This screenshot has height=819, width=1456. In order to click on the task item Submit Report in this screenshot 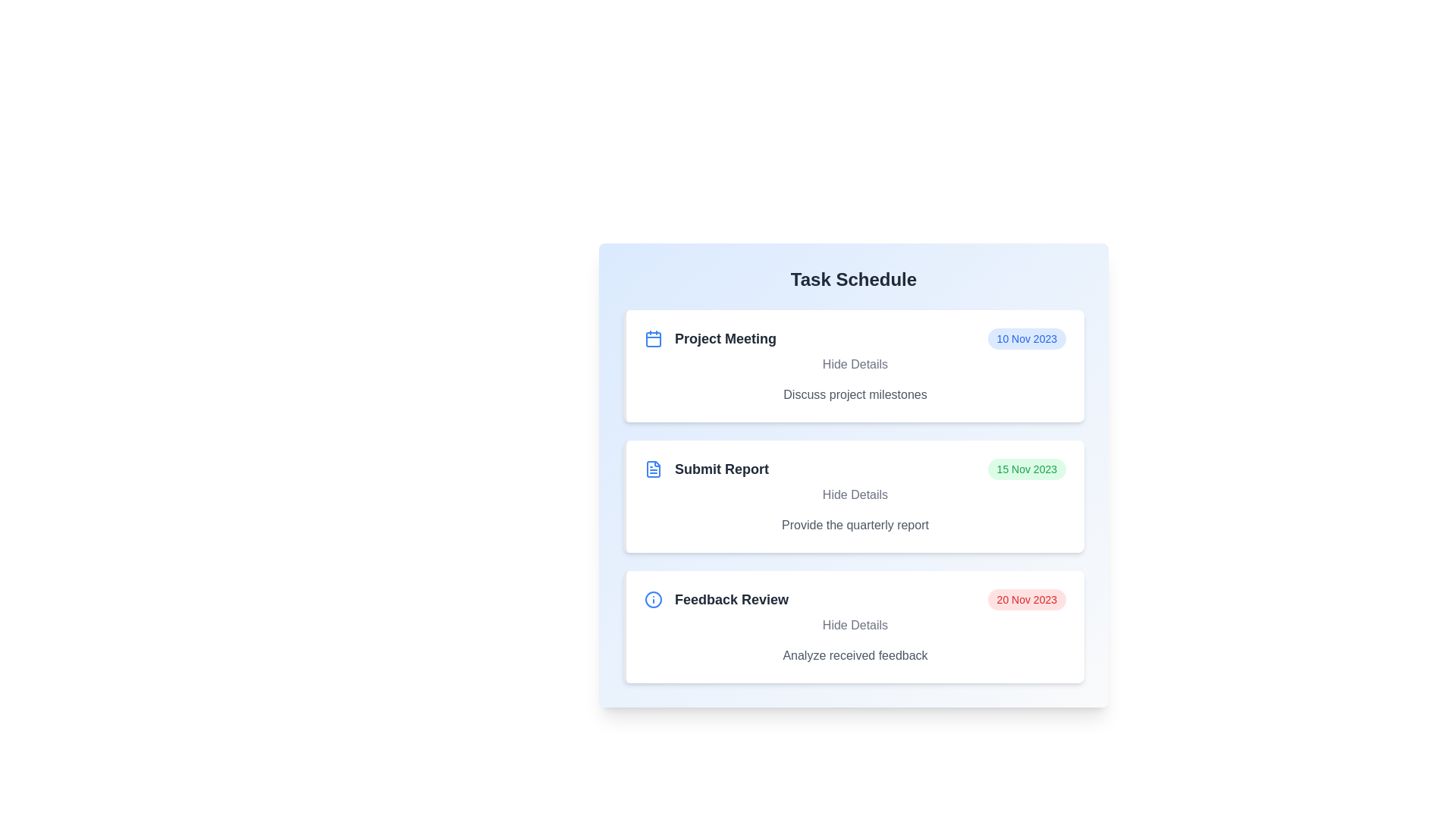, I will do `click(854, 497)`.